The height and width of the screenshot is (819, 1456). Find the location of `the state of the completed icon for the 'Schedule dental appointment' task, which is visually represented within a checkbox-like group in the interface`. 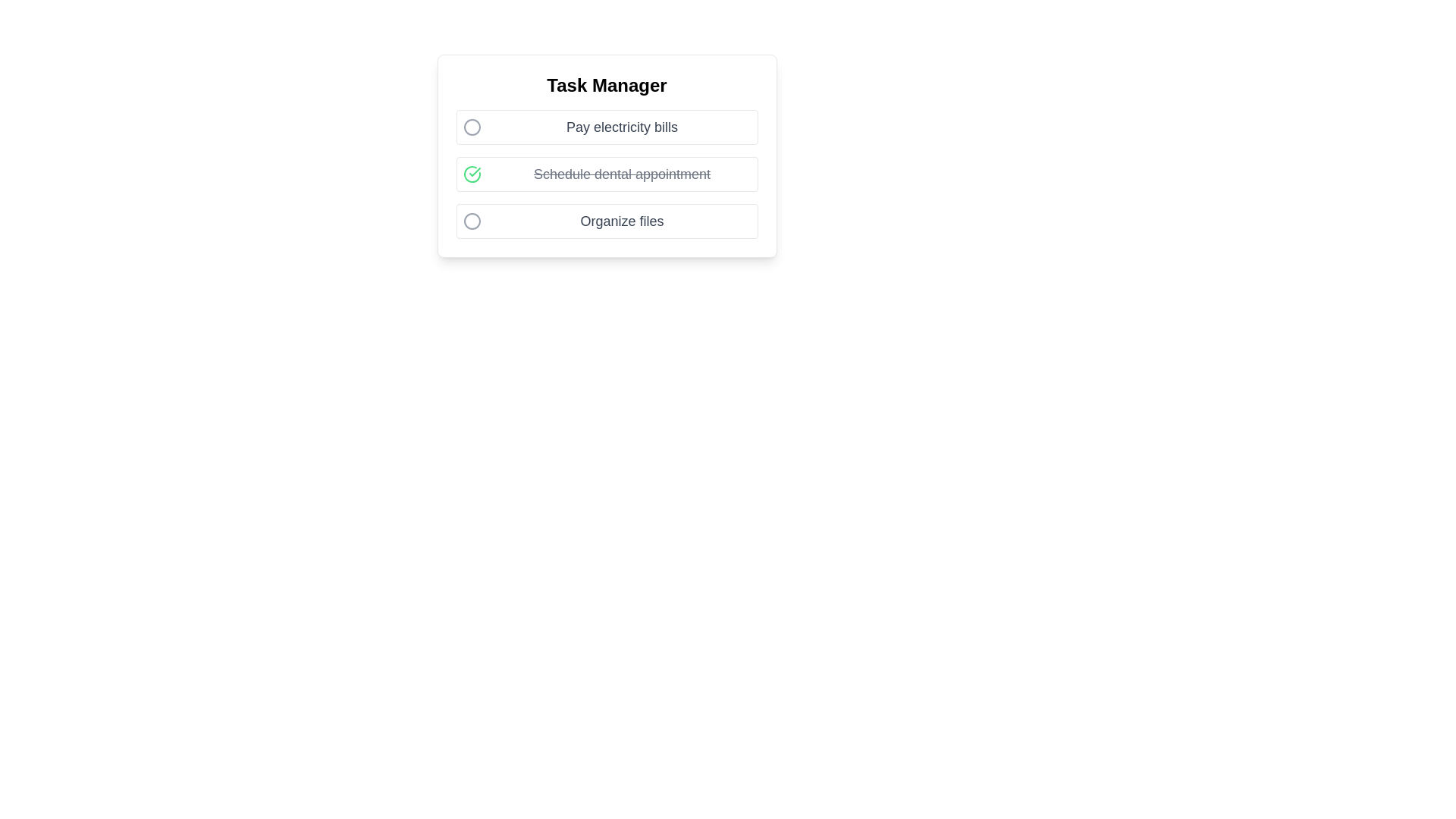

the state of the completed icon for the 'Schedule dental appointment' task, which is visually represented within a checkbox-like group in the interface is located at coordinates (473, 171).